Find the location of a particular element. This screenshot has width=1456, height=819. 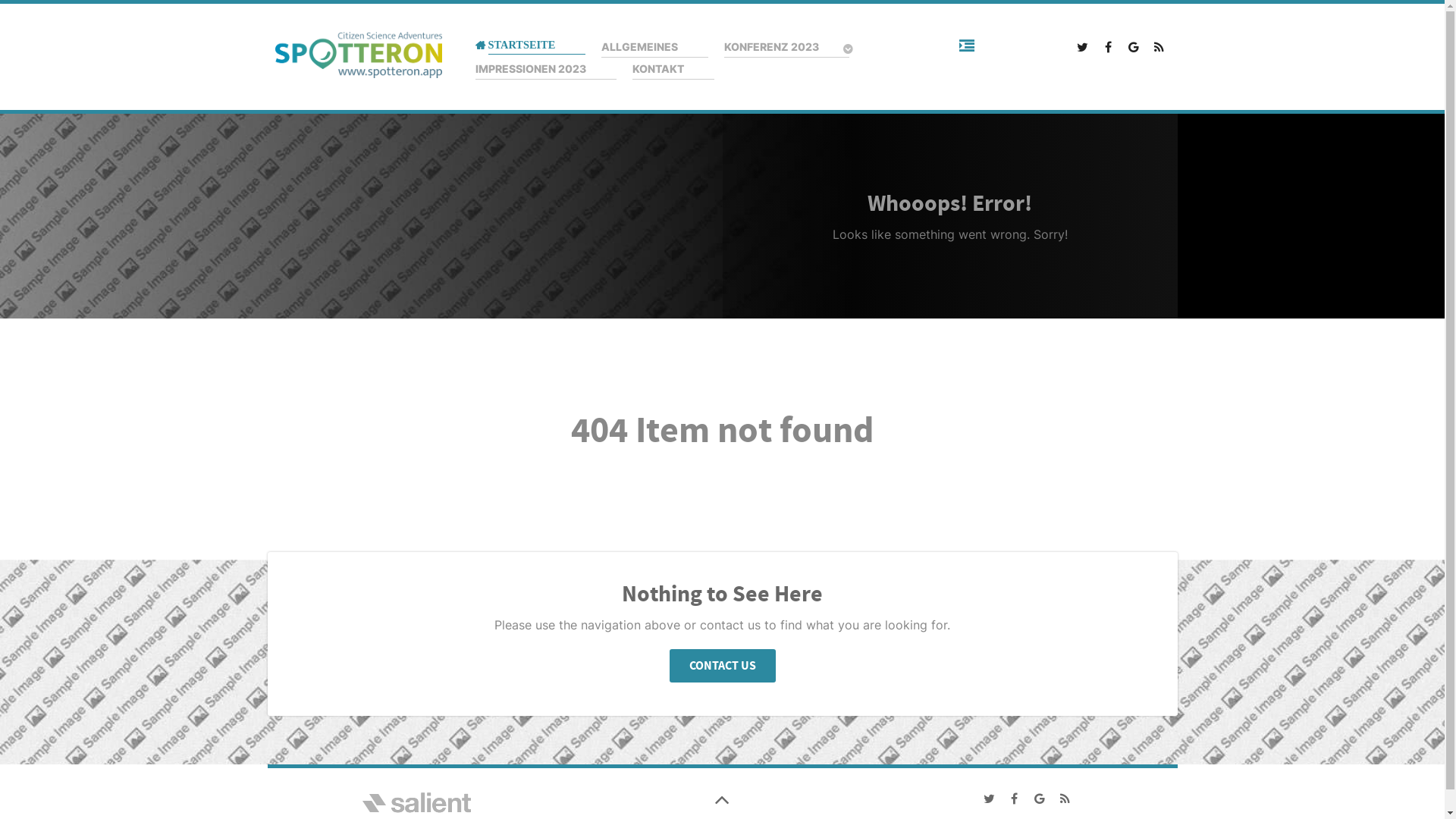

'ALLGEMEINES' is located at coordinates (654, 45).